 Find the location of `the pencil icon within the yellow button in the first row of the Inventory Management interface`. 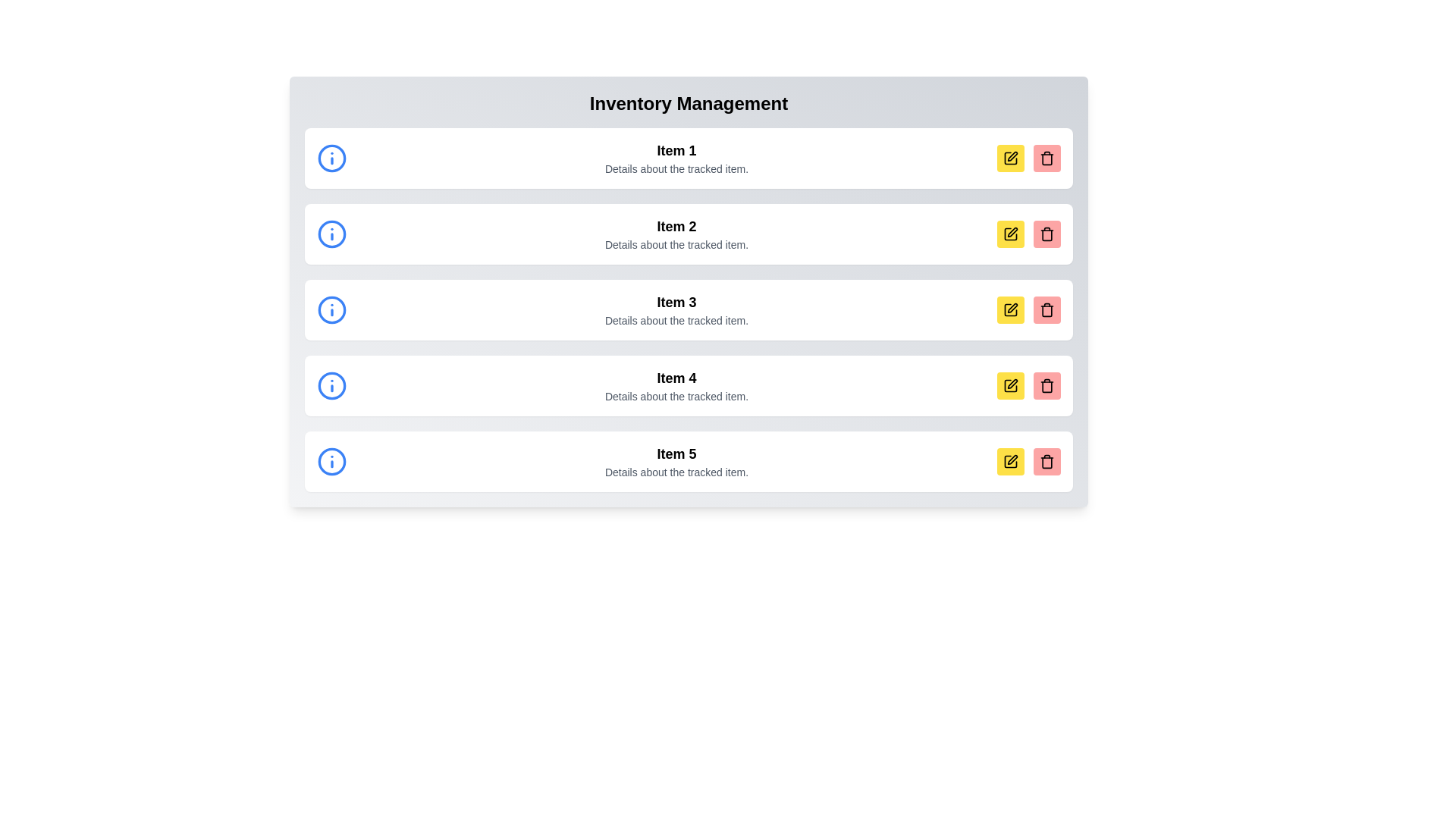

the pencil icon within the yellow button in the first row of the Inventory Management interface is located at coordinates (1011, 158).